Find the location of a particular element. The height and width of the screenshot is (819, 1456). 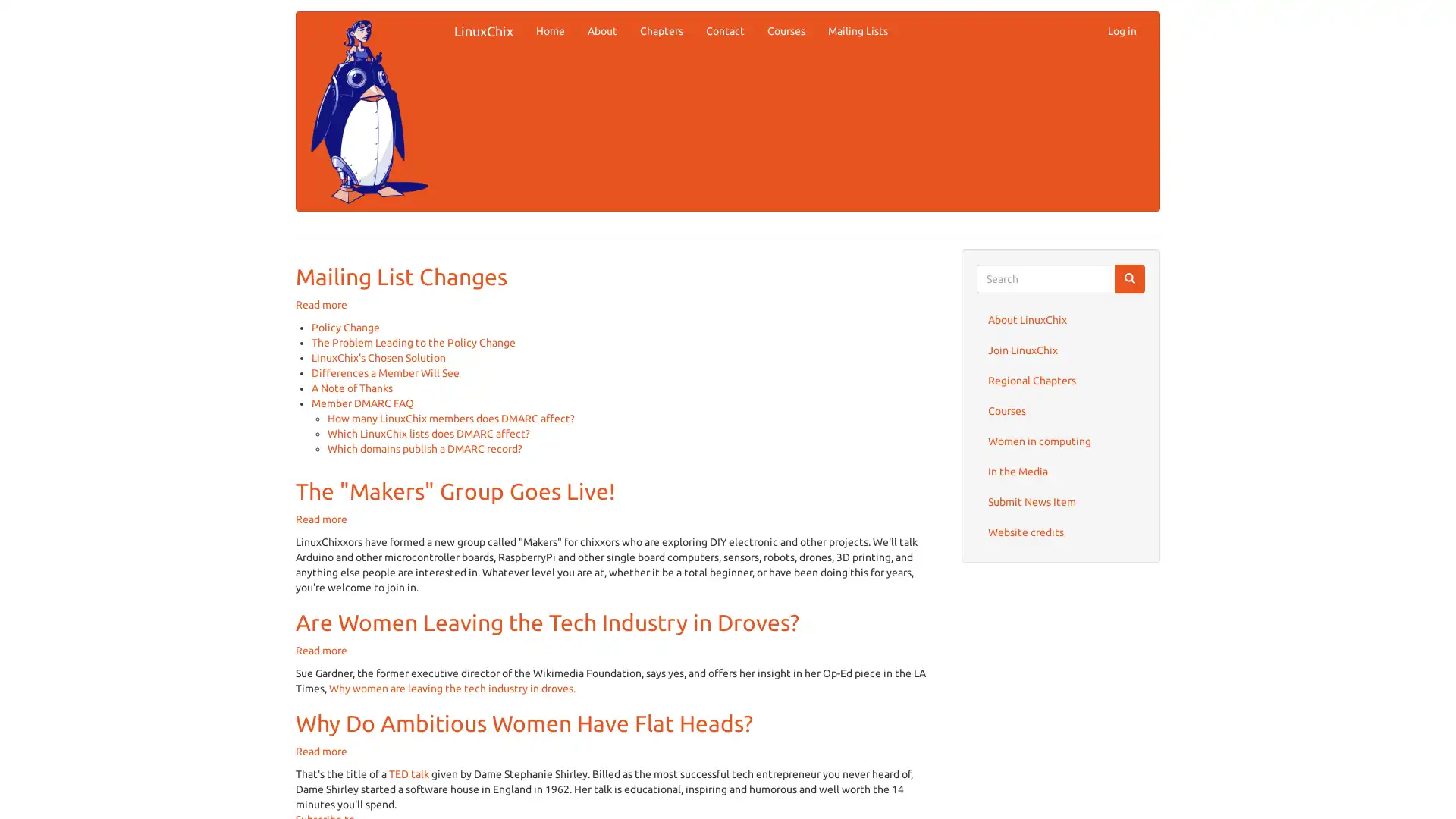

Search is located at coordinates (1129, 278).